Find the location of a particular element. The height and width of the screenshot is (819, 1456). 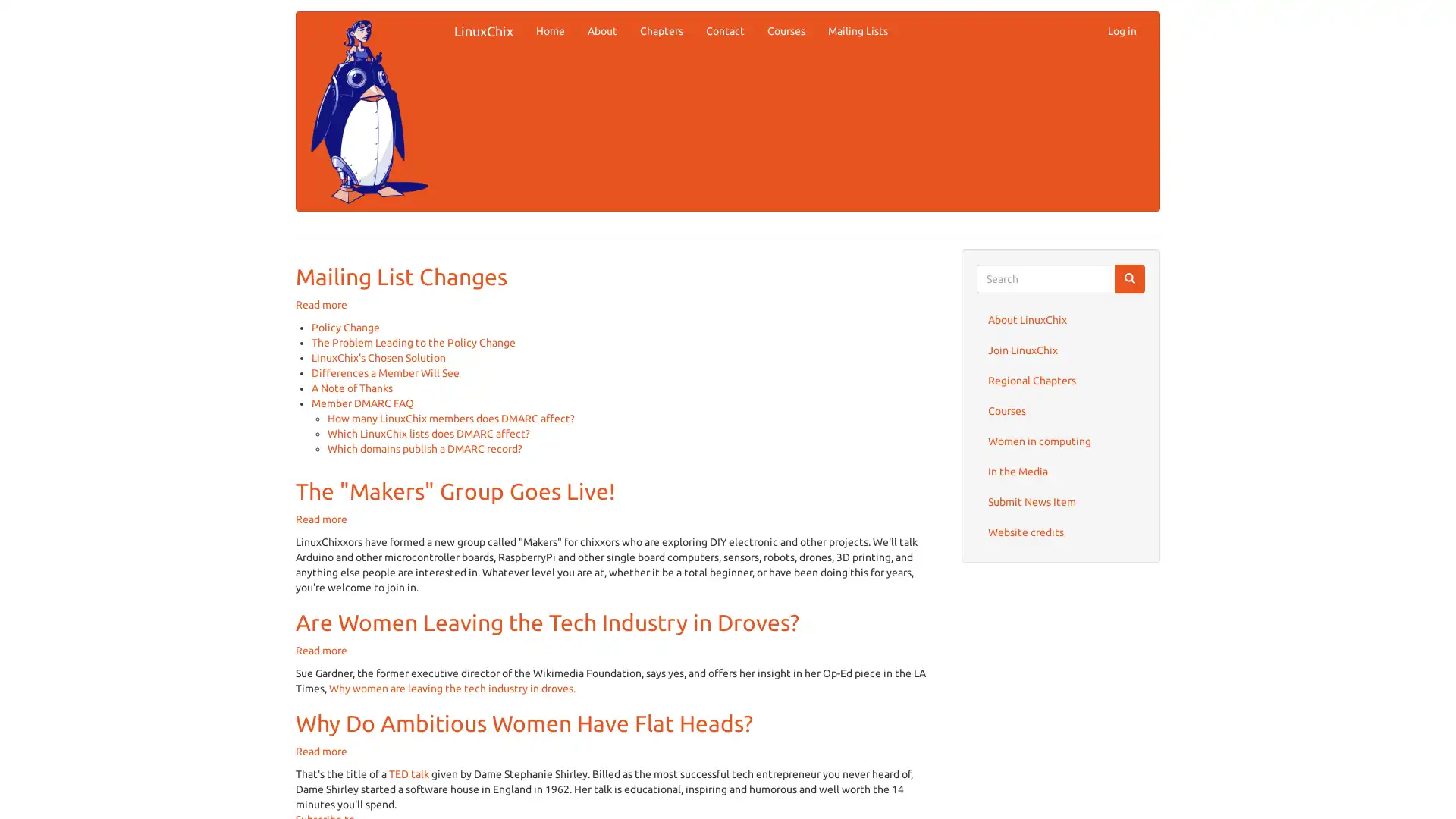

Search is located at coordinates (1129, 278).